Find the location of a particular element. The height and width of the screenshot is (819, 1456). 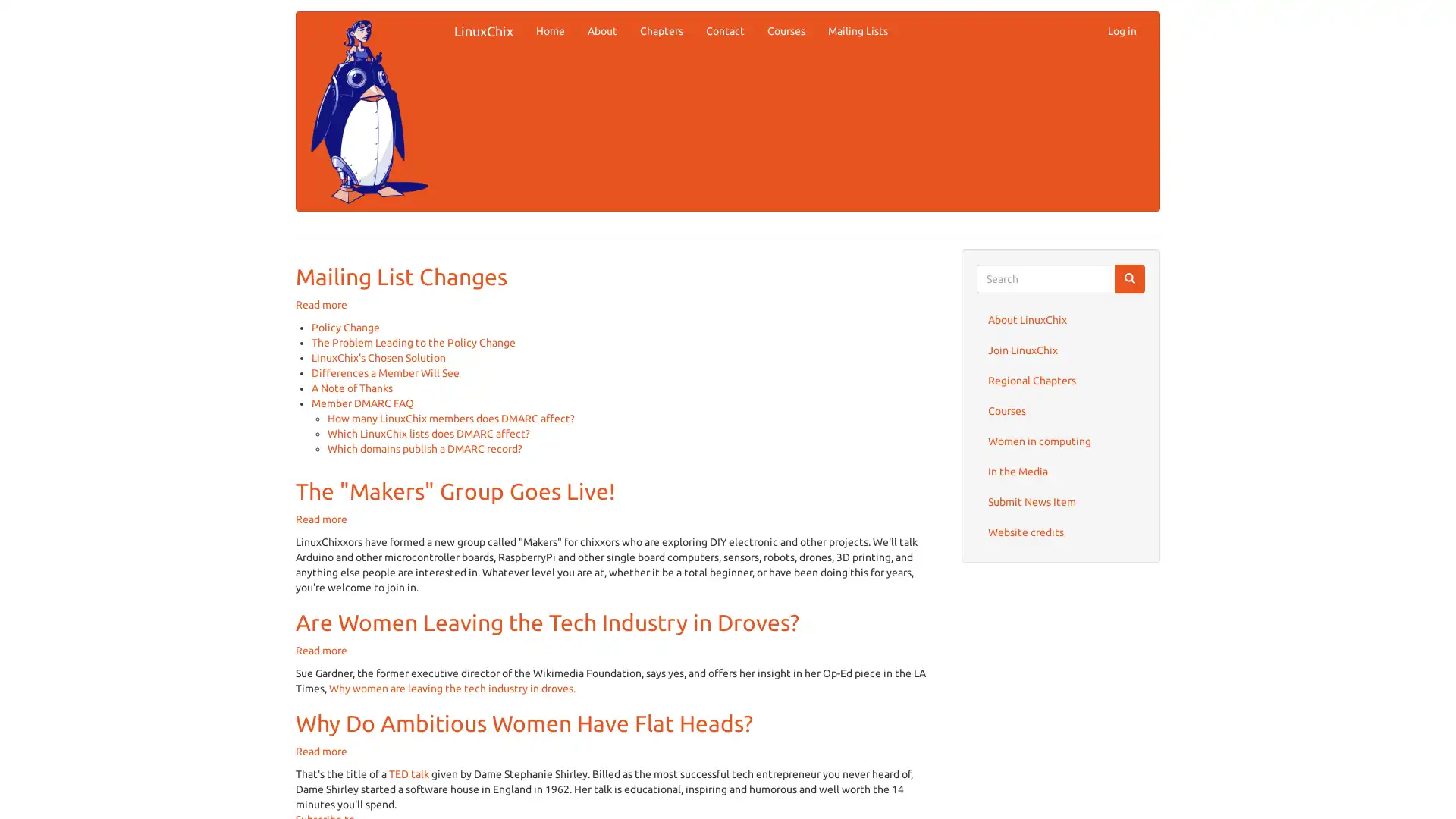

Search is located at coordinates (1129, 278).